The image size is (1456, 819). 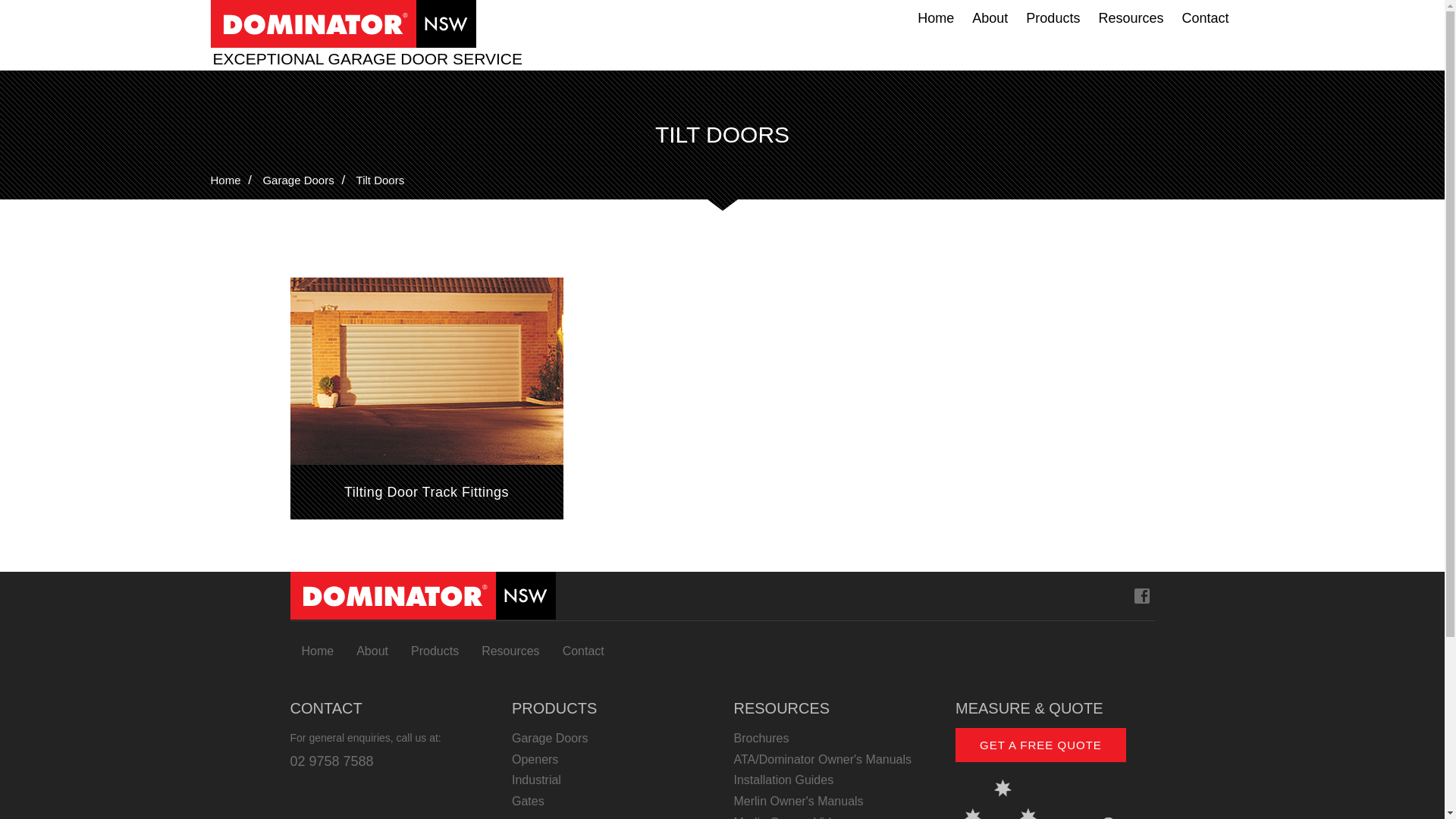 What do you see at coordinates (611, 800) in the screenshot?
I see `'Gates'` at bounding box center [611, 800].